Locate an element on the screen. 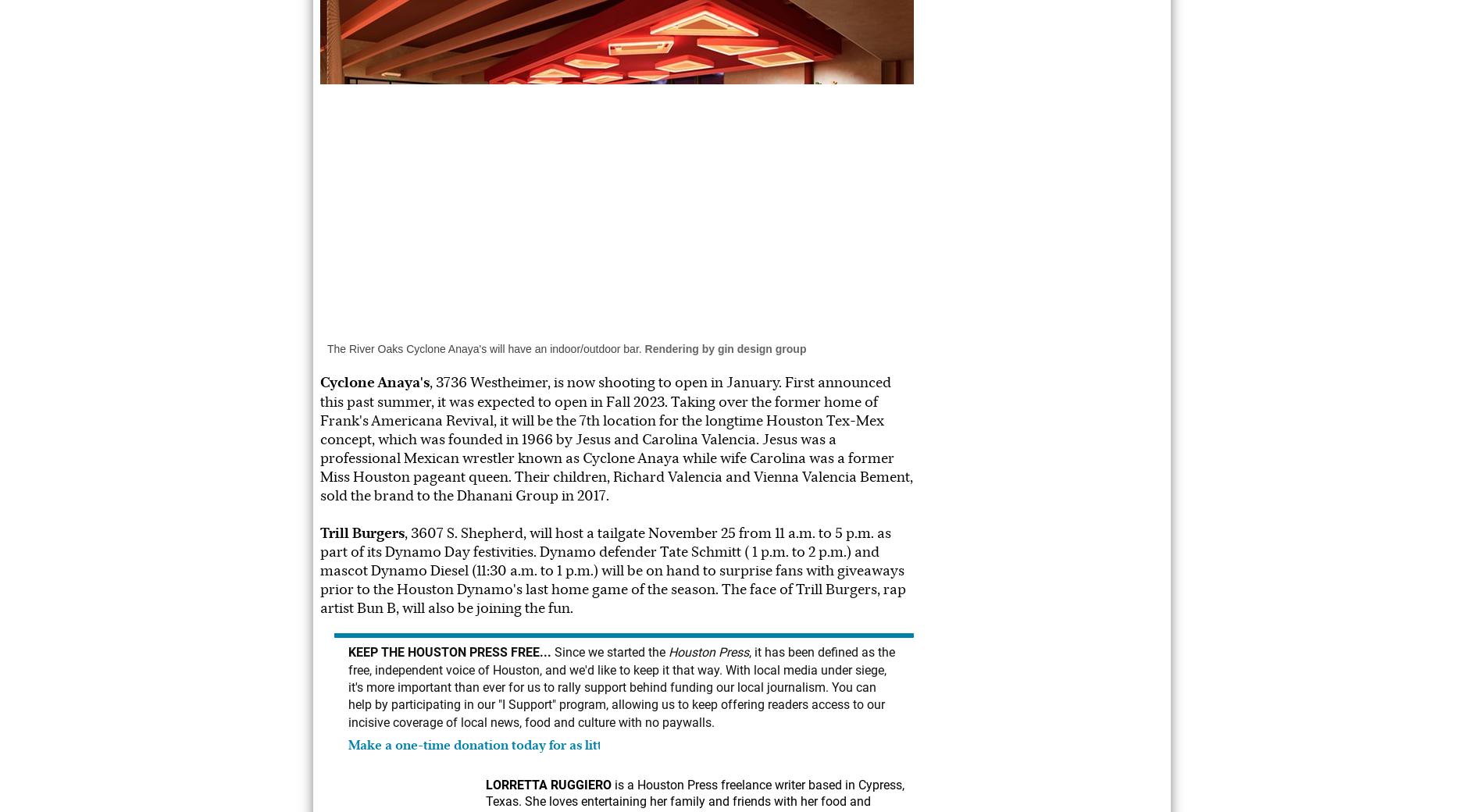 The image size is (1484, 812). 'KEEP THE HOUSTON PRESS FREE...' is located at coordinates (450, 651).